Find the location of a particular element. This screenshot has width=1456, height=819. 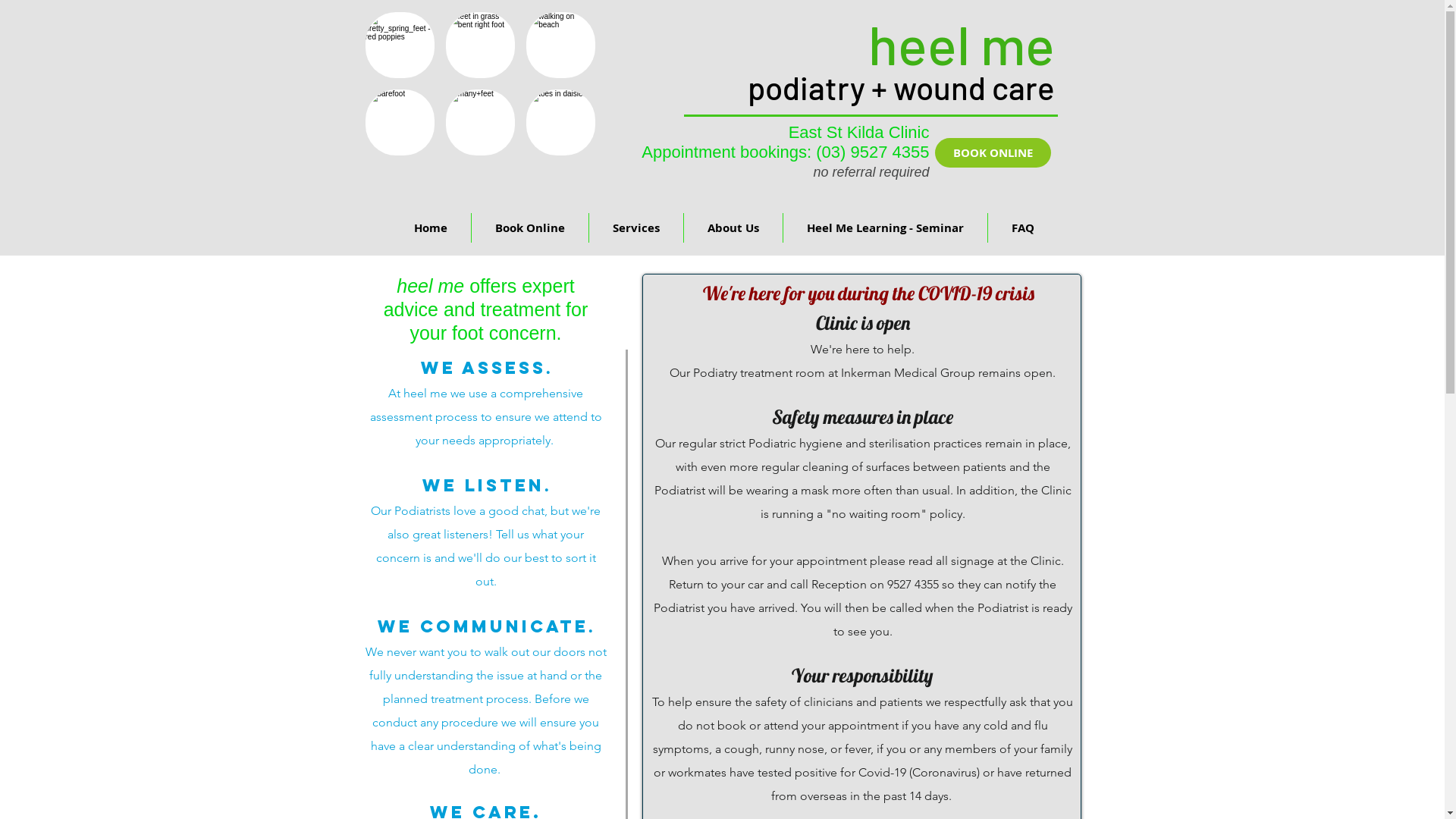

'Services' is located at coordinates (635, 227).